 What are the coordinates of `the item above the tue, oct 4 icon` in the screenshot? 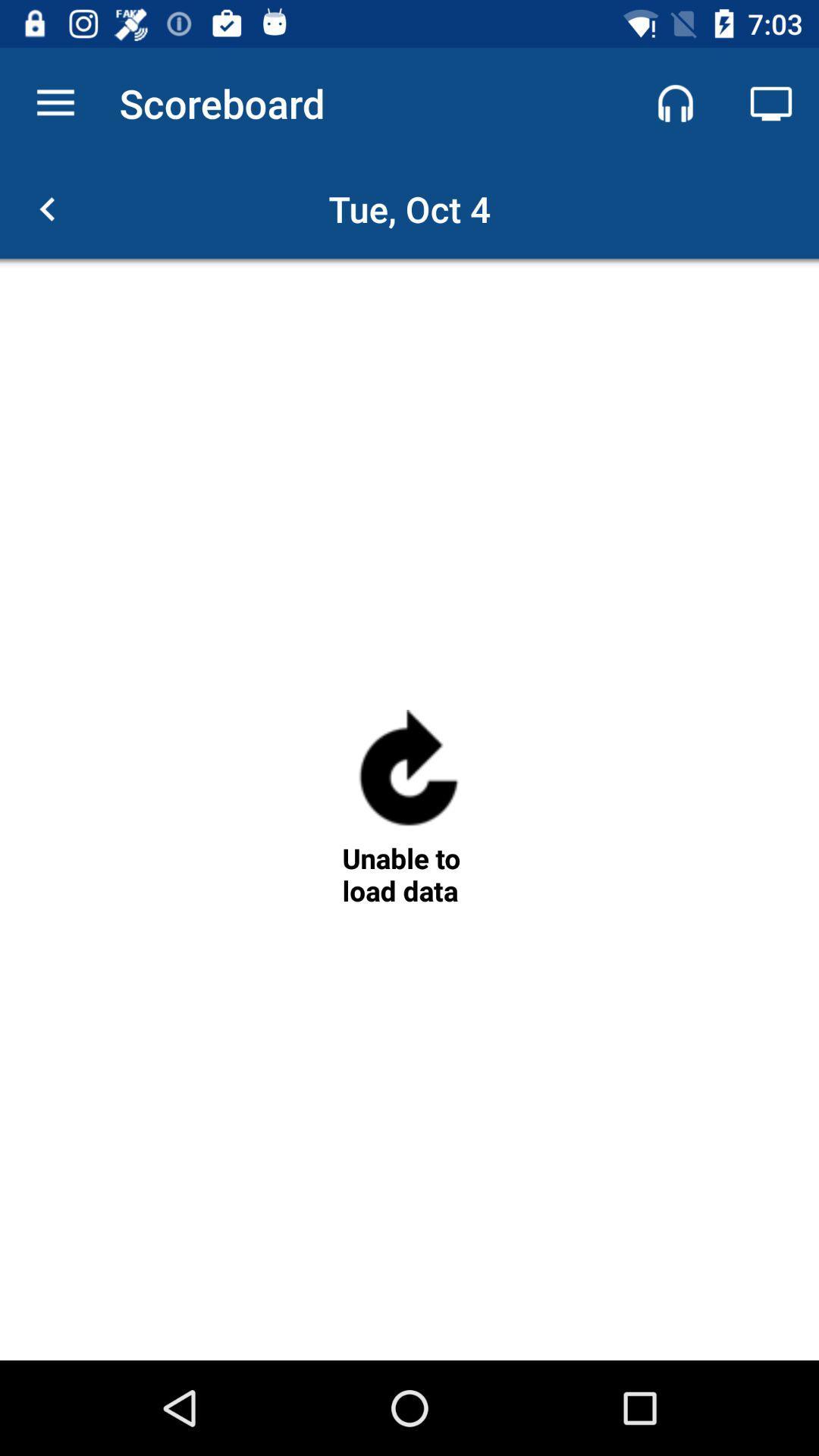 It's located at (771, 102).